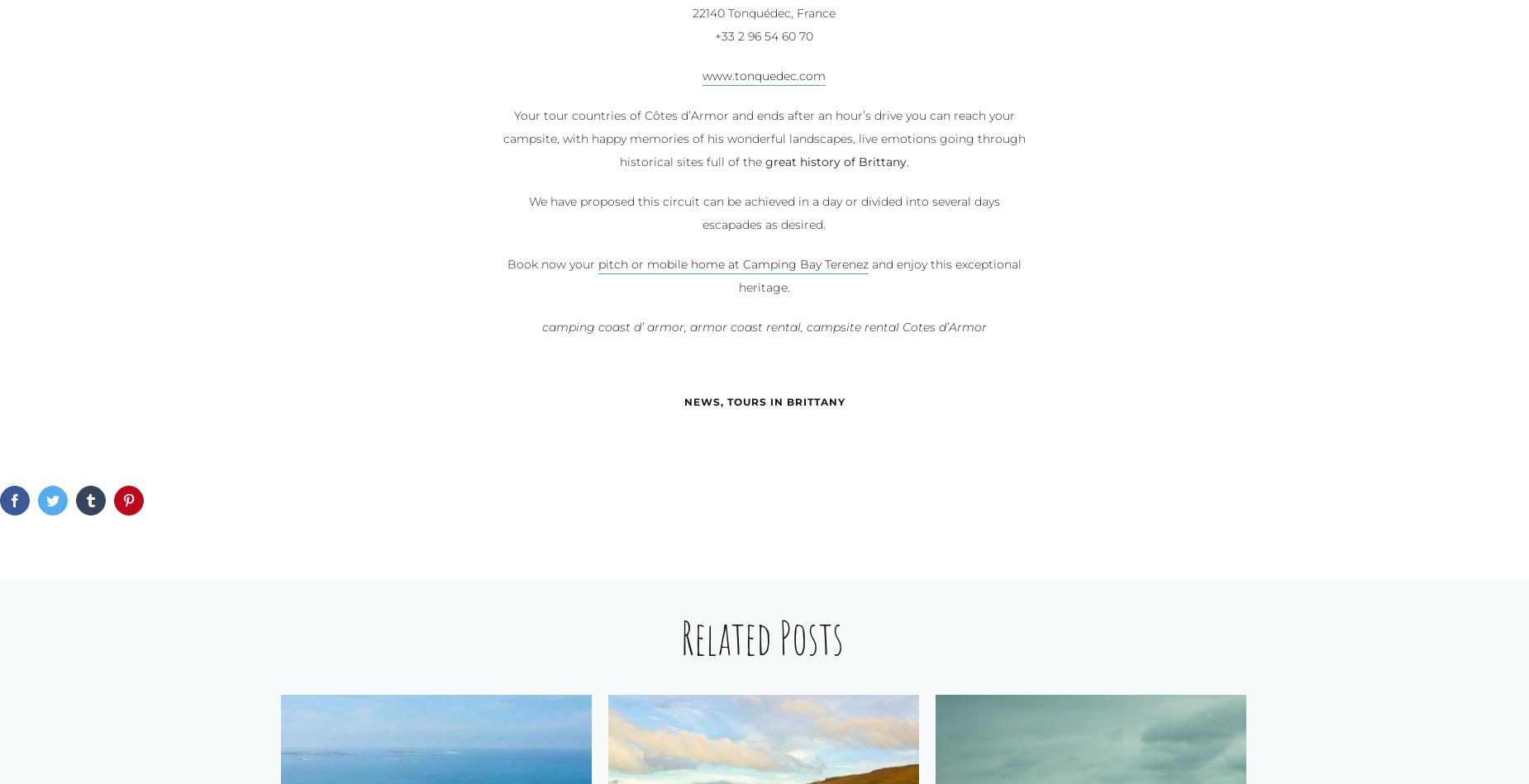 This screenshot has width=1529, height=784. What do you see at coordinates (834, 162) in the screenshot?
I see `'great history of Brittany'` at bounding box center [834, 162].